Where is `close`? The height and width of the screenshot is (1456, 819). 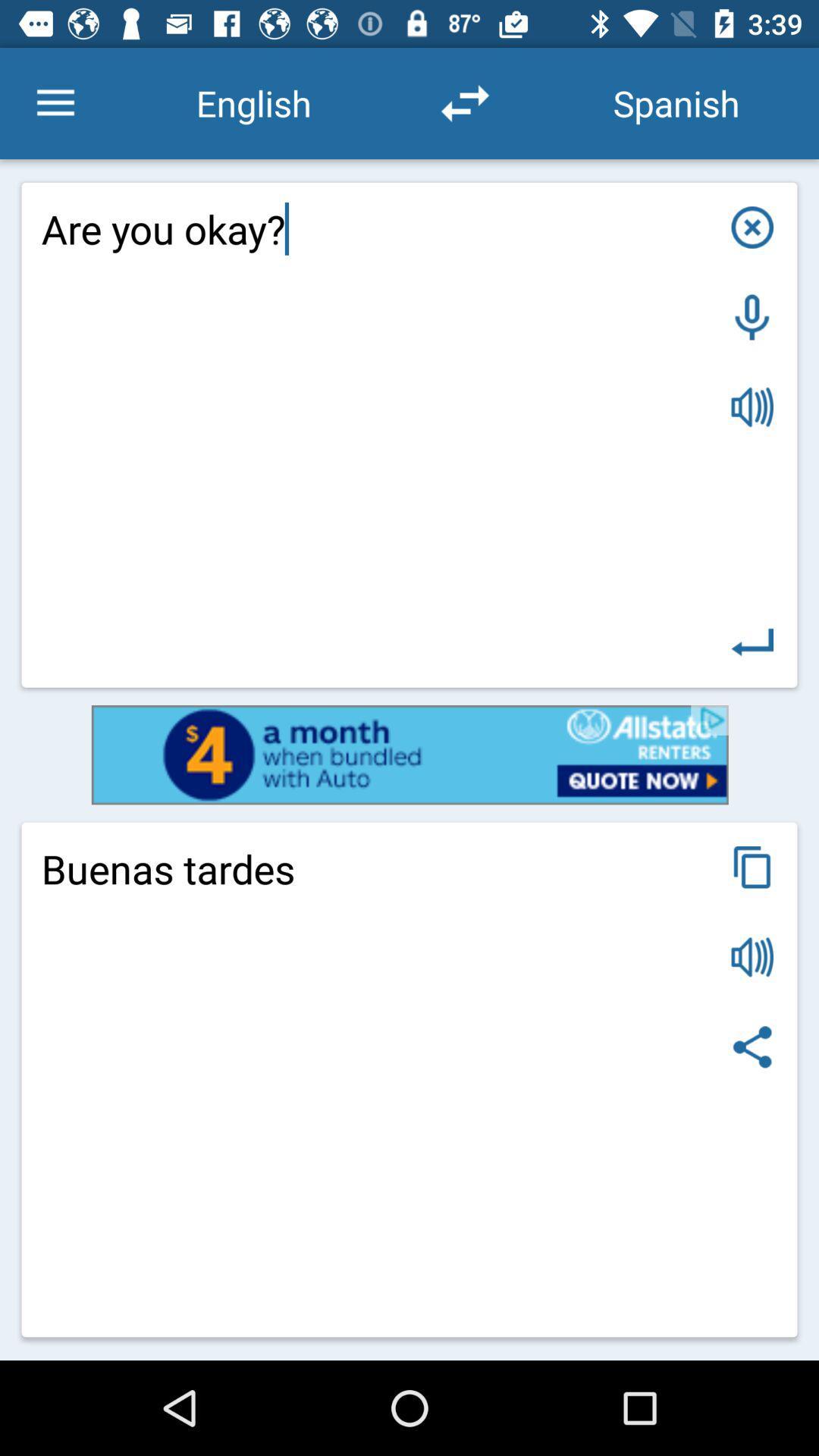 close is located at coordinates (752, 226).